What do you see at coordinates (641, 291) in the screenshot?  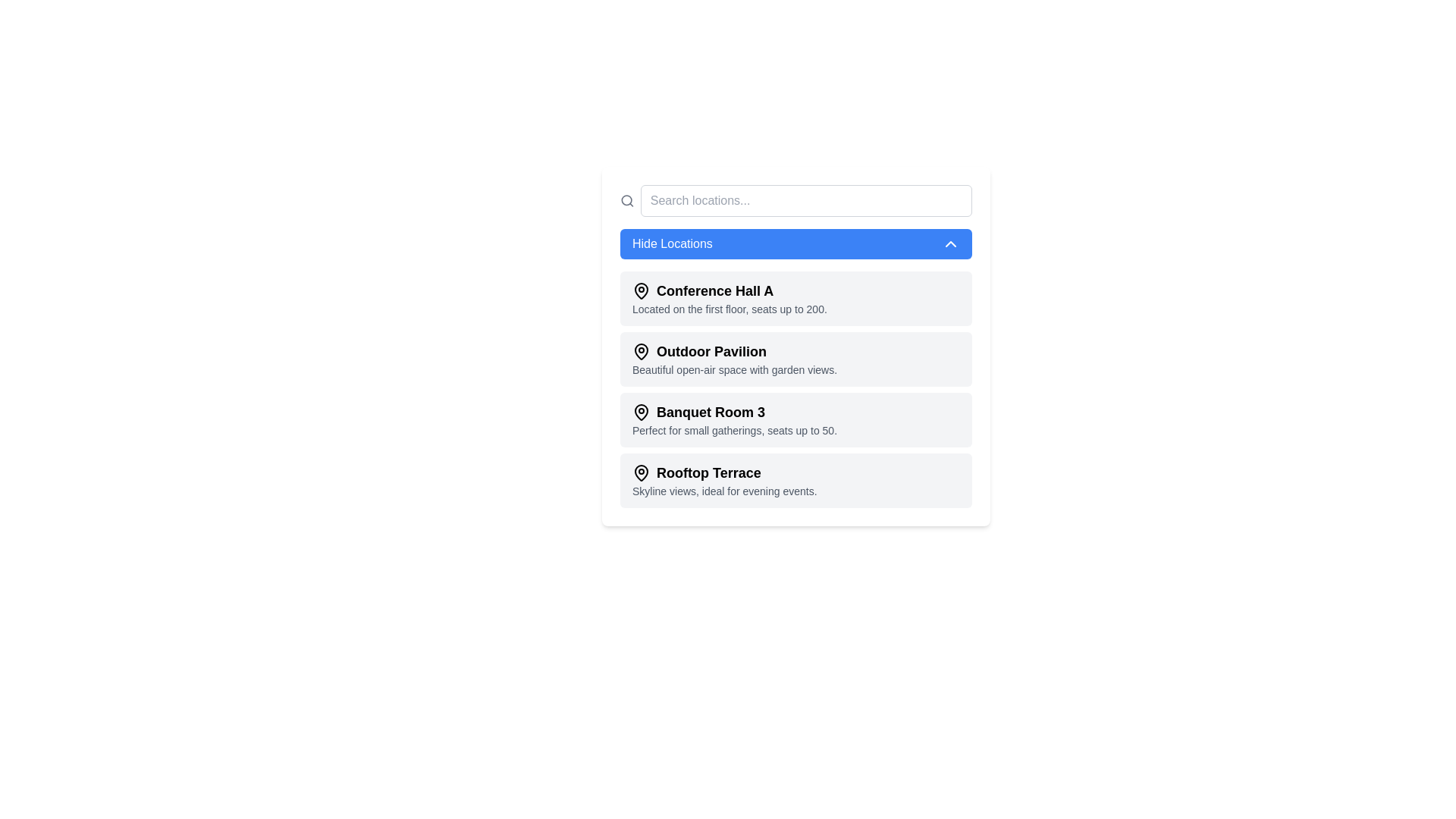 I see `the map pin icon located immediately to the left of the text label 'Conference Hall A'` at bounding box center [641, 291].